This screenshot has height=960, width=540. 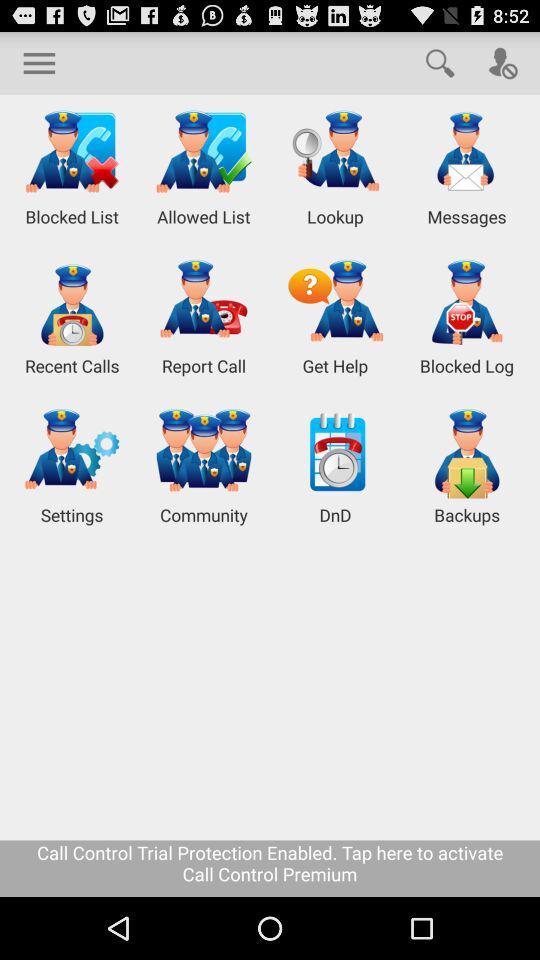 I want to click on the follow icon, so click(x=502, y=67).